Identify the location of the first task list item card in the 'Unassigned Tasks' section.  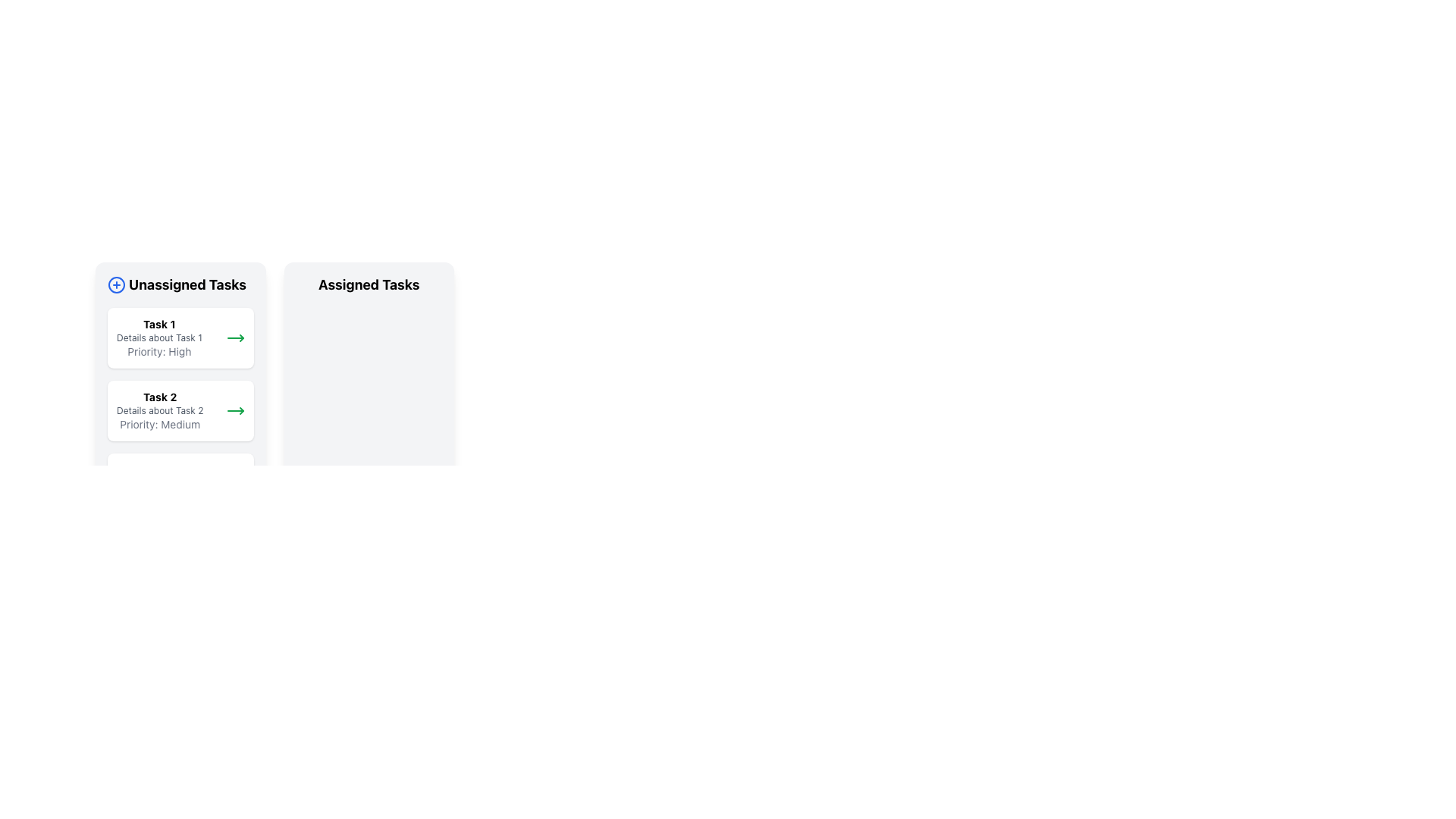
(180, 337).